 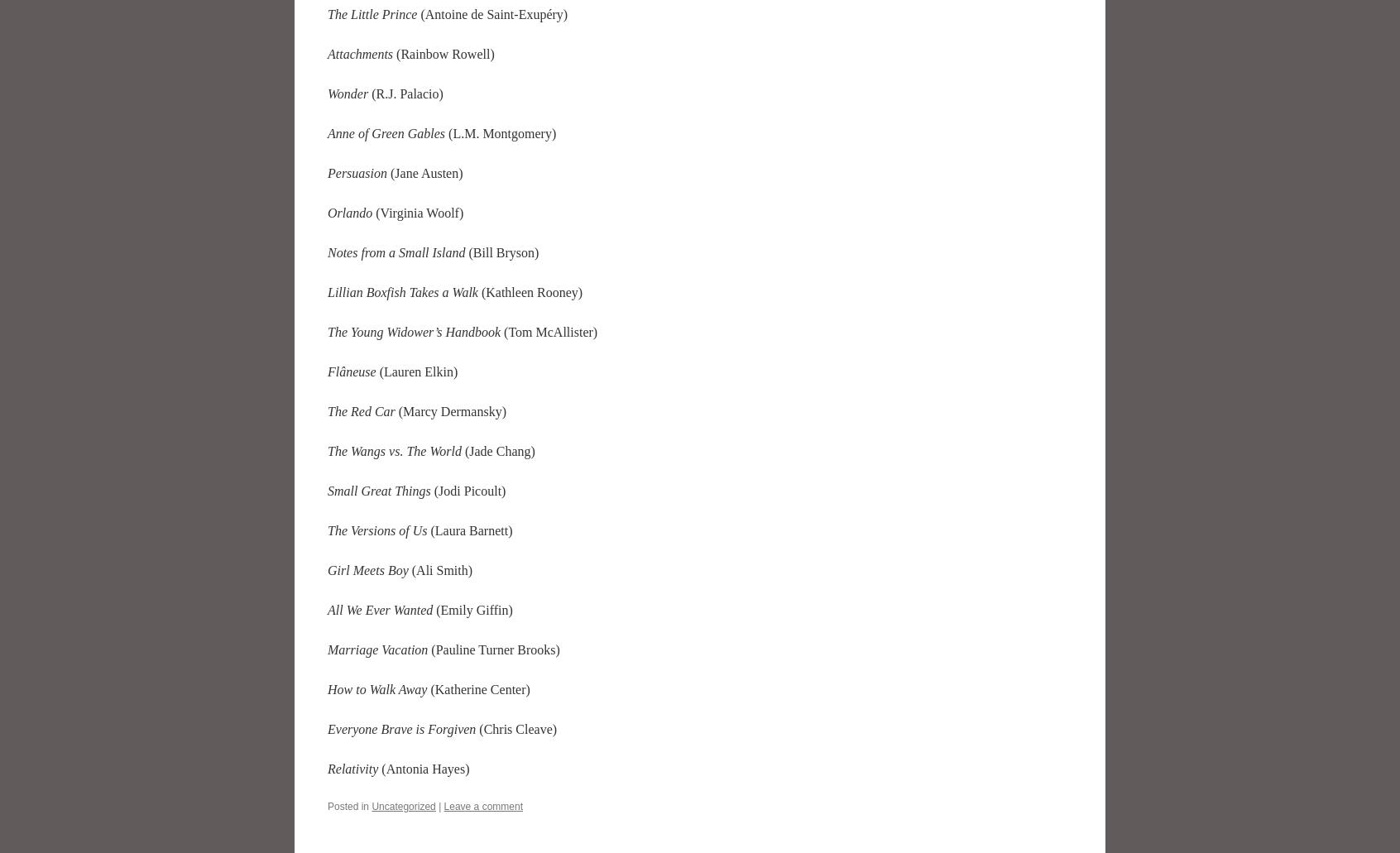 I want to click on '(Jane Austen)', so click(x=424, y=172).